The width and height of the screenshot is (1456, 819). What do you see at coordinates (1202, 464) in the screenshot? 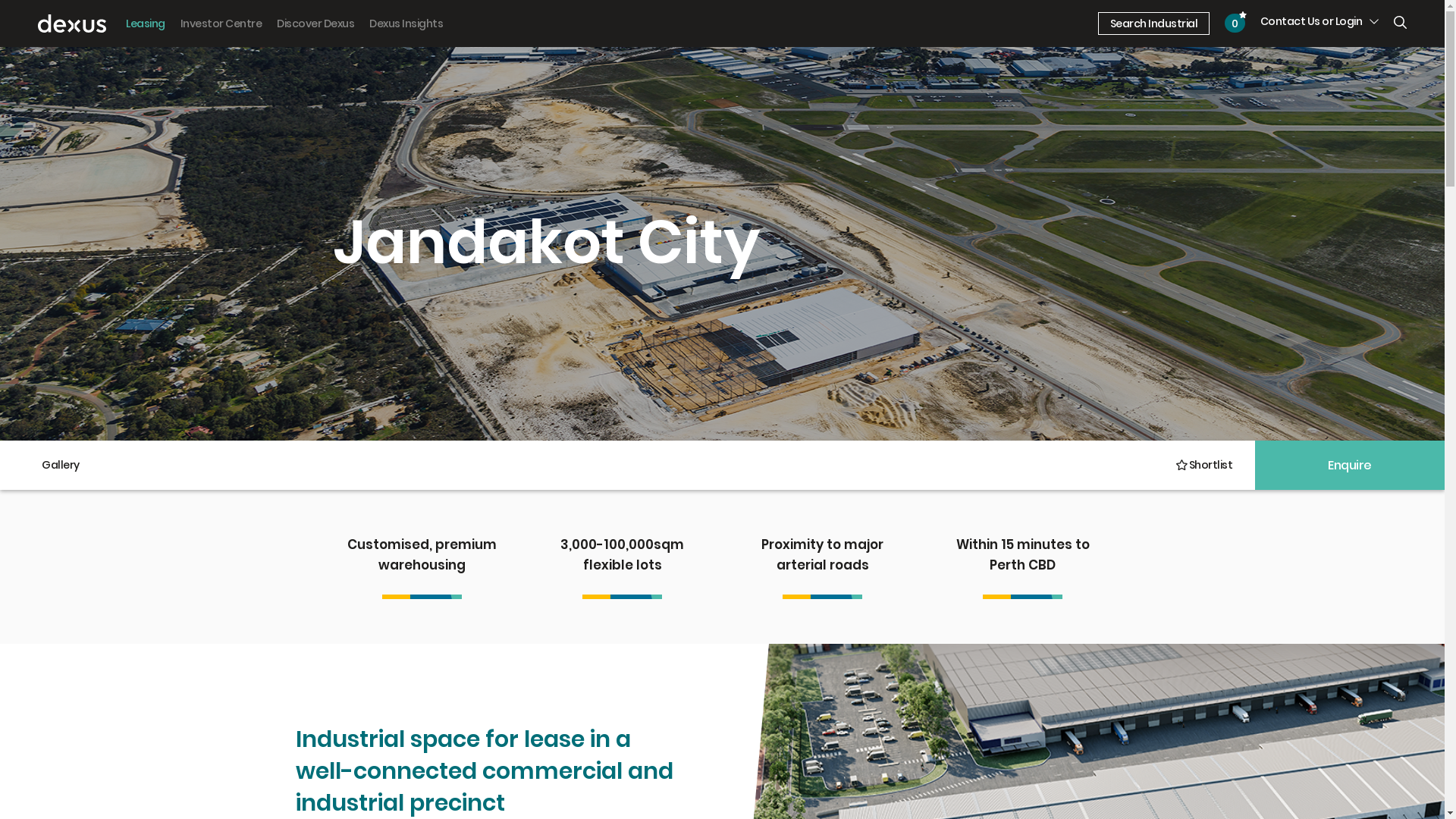
I see `'Shortlist'` at bounding box center [1202, 464].